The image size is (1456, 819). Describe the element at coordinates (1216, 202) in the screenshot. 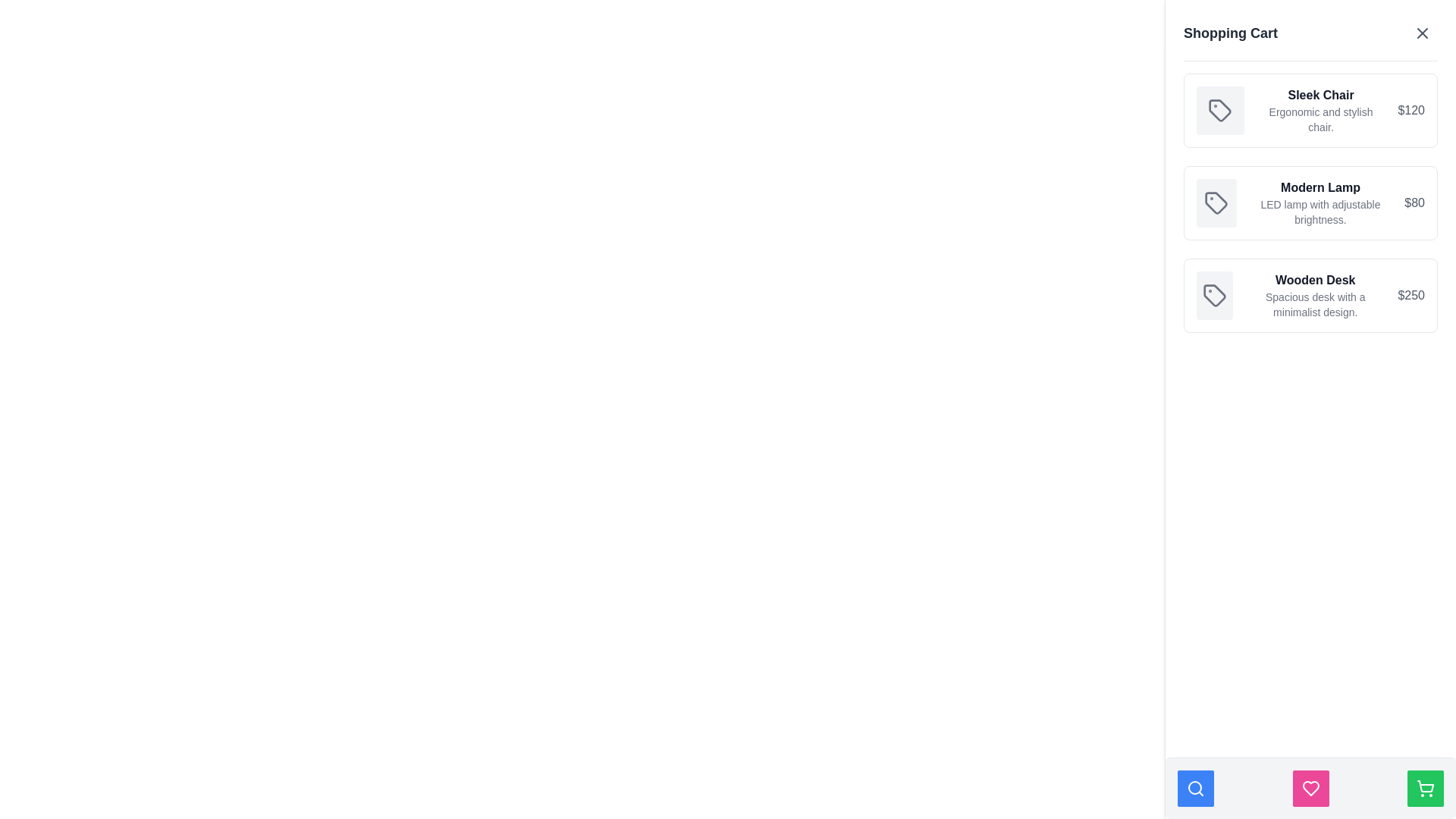

I see `the tag icon that resembles a label with a circular cutout, located in the second row of the shopping cart list next to the 'Modern Lamp' item` at that location.